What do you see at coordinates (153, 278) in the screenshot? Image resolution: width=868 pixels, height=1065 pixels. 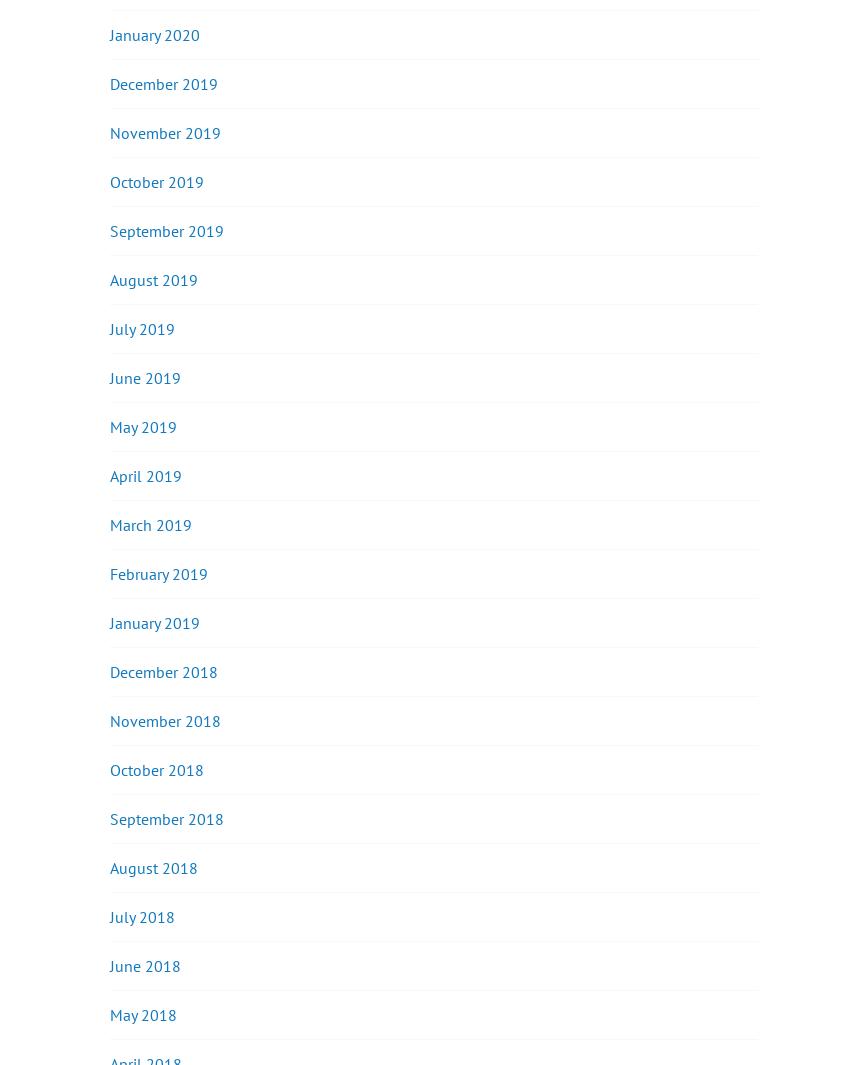 I see `'August 2019'` at bounding box center [153, 278].